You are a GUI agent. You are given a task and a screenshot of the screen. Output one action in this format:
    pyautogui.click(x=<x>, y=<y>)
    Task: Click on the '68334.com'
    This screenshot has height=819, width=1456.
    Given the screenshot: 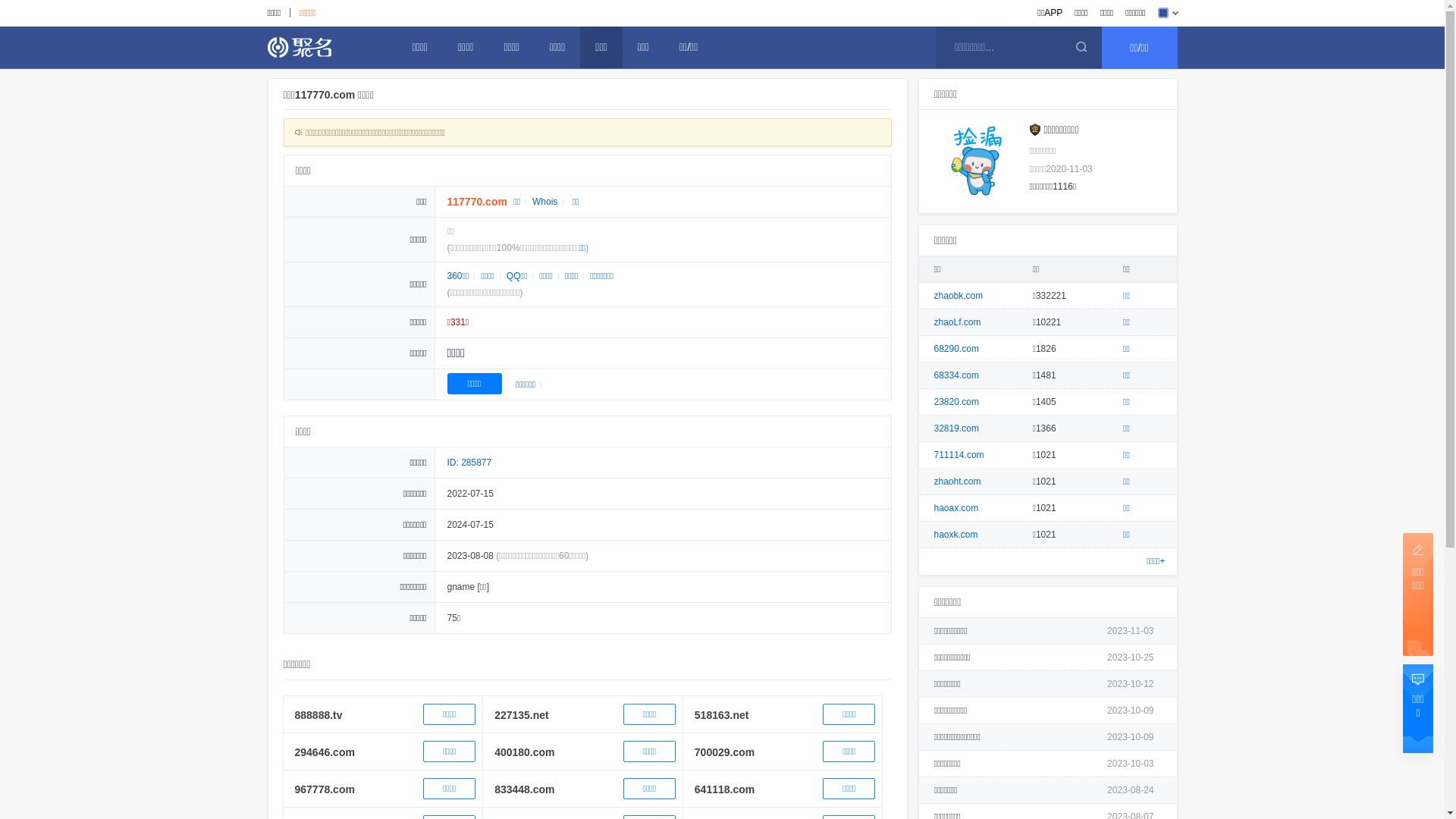 What is the action you would take?
    pyautogui.click(x=955, y=375)
    